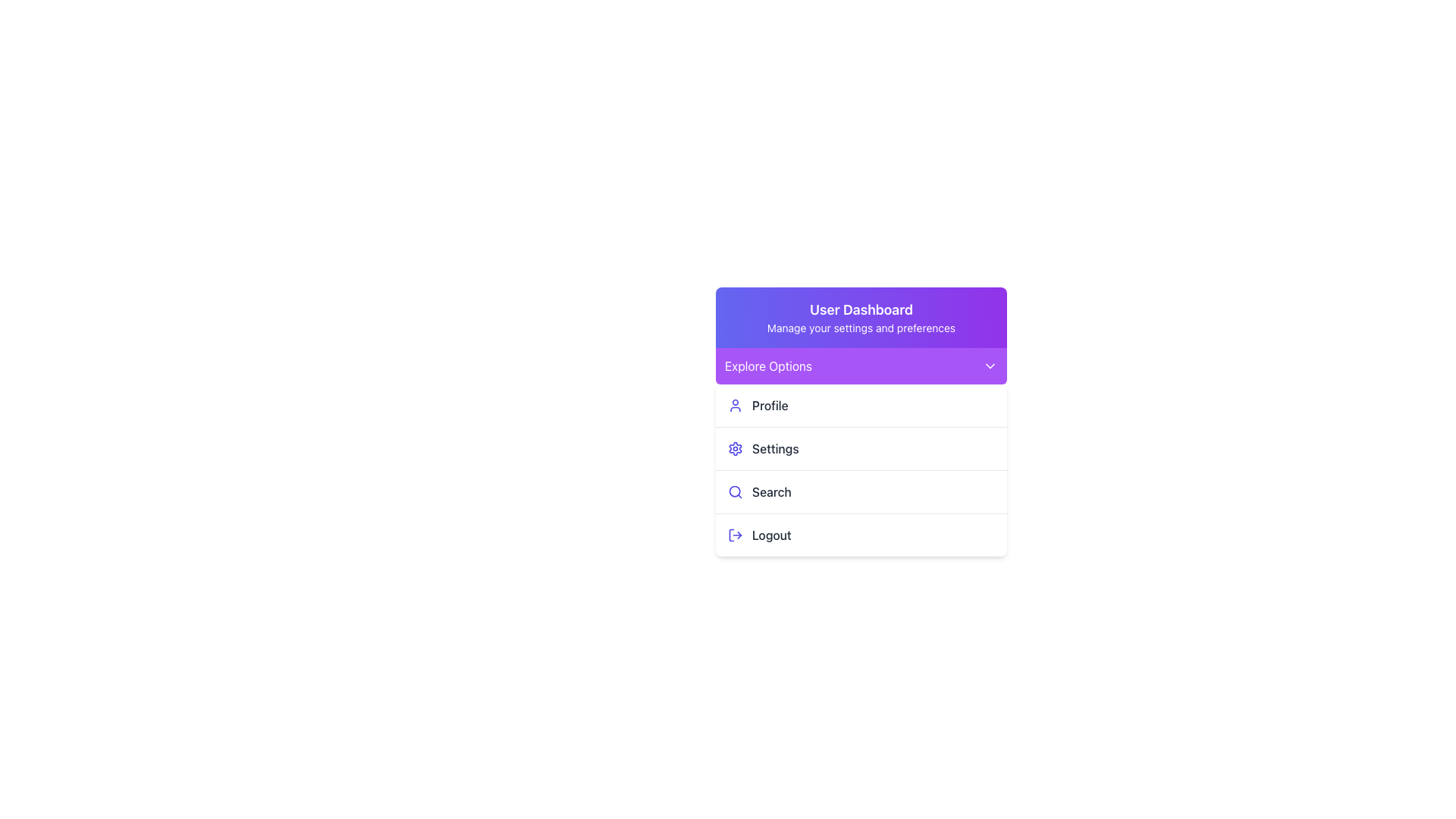 The image size is (1456, 819). I want to click on the center of the circle that is part of the magnifying glass icon in the 'Search' section of the dropdown list, so click(735, 491).